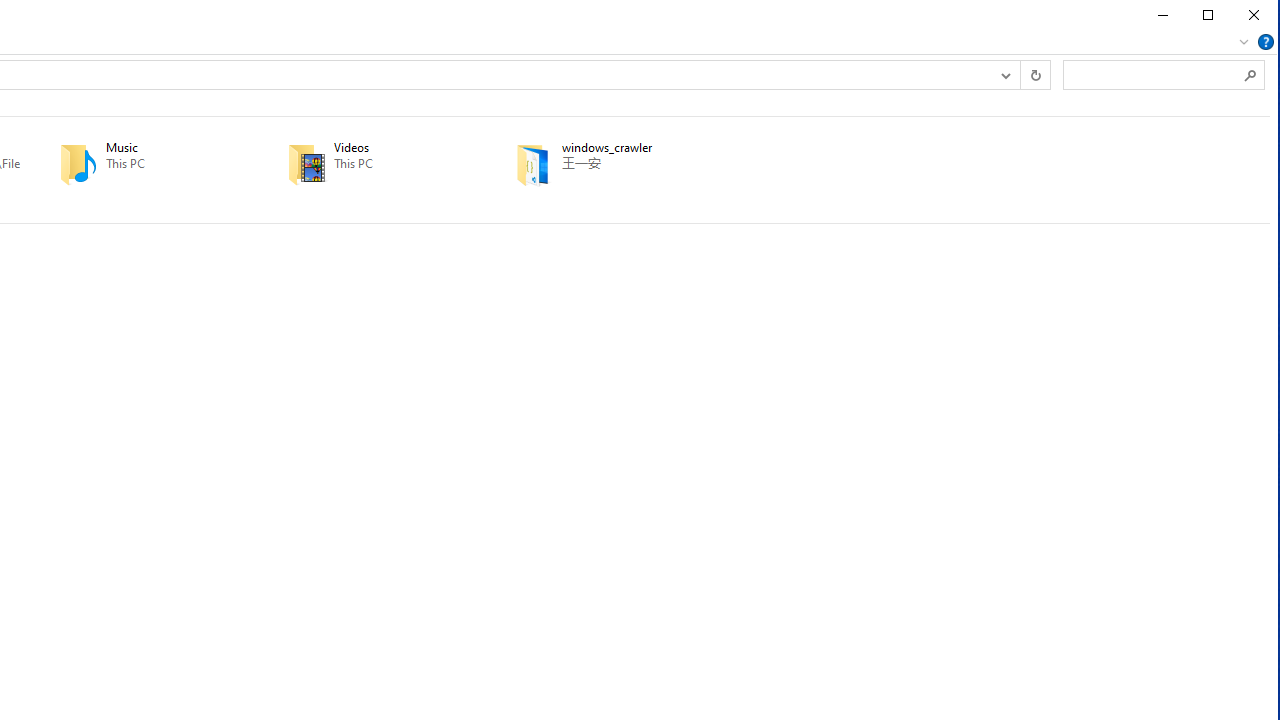 The image size is (1280, 720). Describe the element at coordinates (1253, 15) in the screenshot. I see `'Close'` at that location.